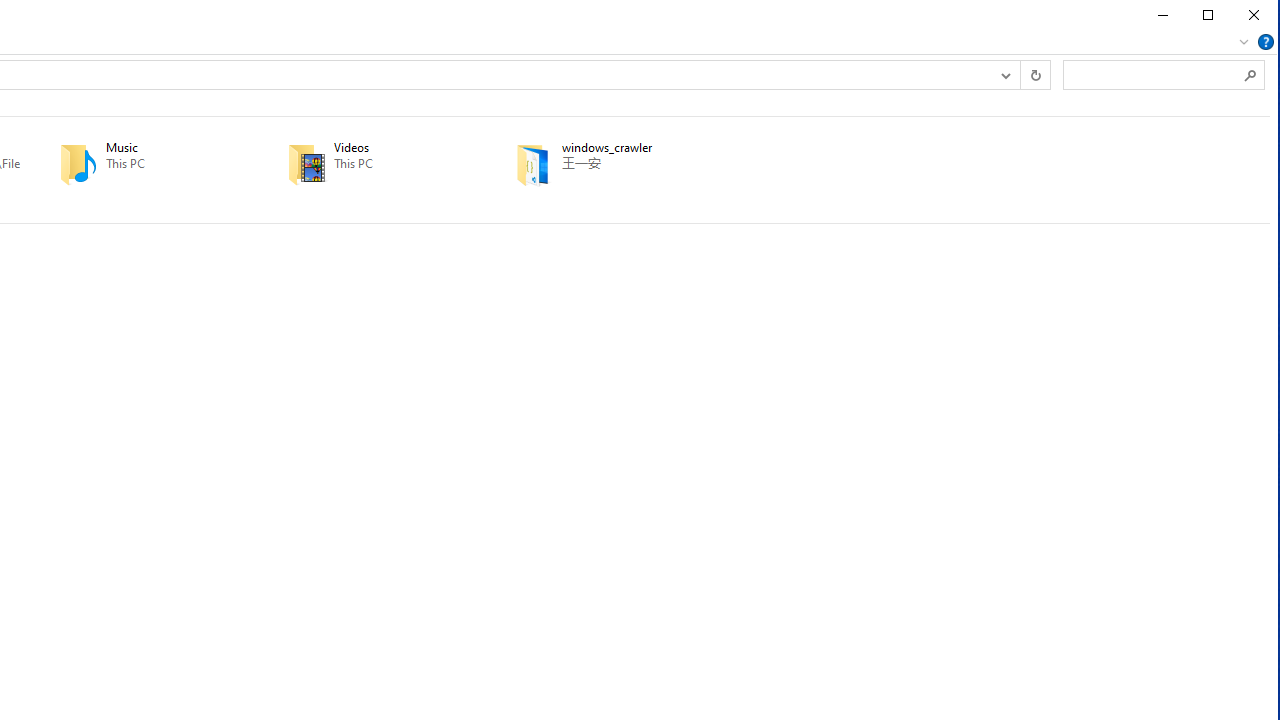 The image size is (1280, 720). Describe the element at coordinates (1253, 15) in the screenshot. I see `'Close'` at that location.